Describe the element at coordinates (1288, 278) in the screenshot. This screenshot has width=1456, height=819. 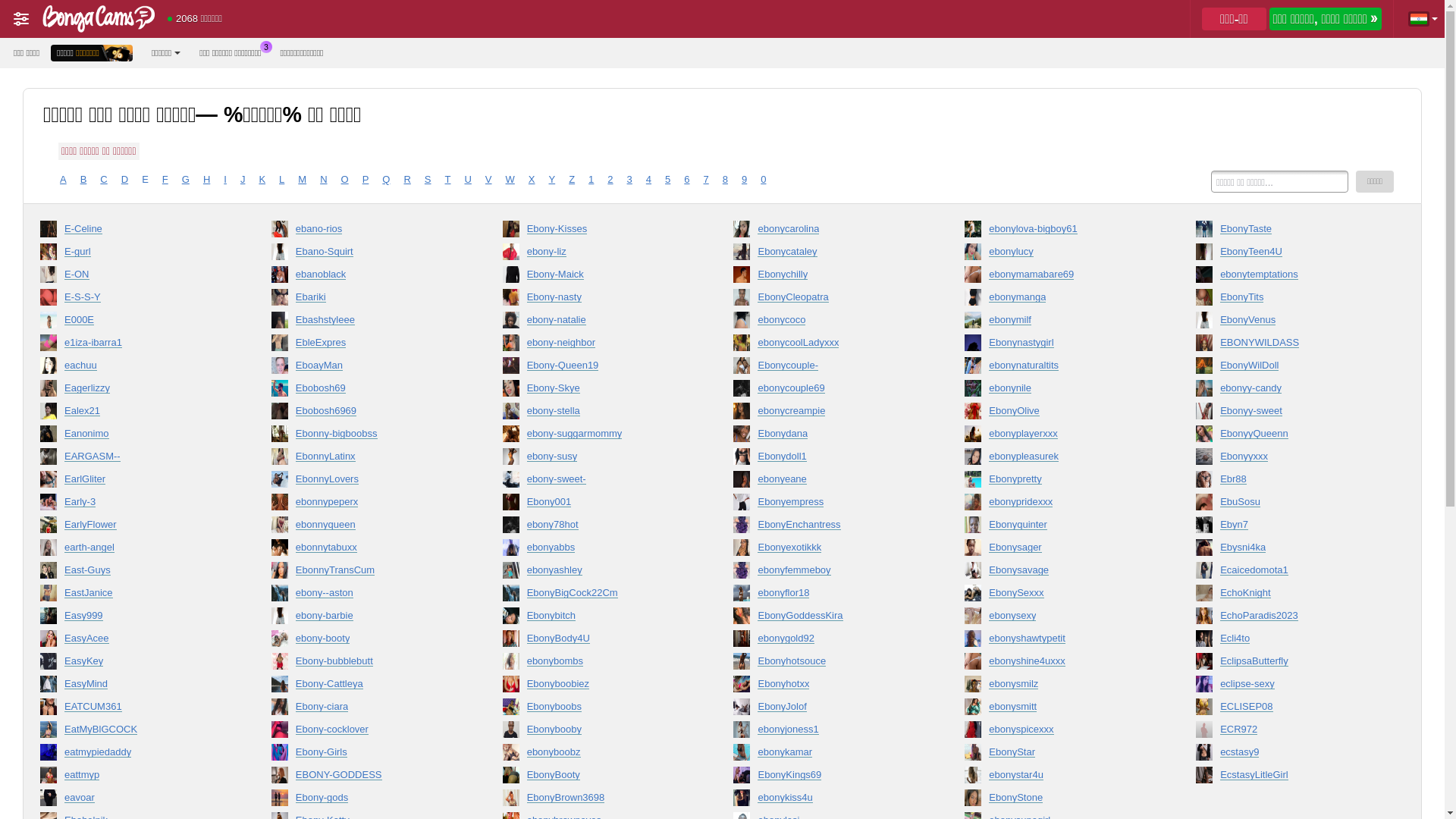
I see `'ebonytemptations'` at that location.